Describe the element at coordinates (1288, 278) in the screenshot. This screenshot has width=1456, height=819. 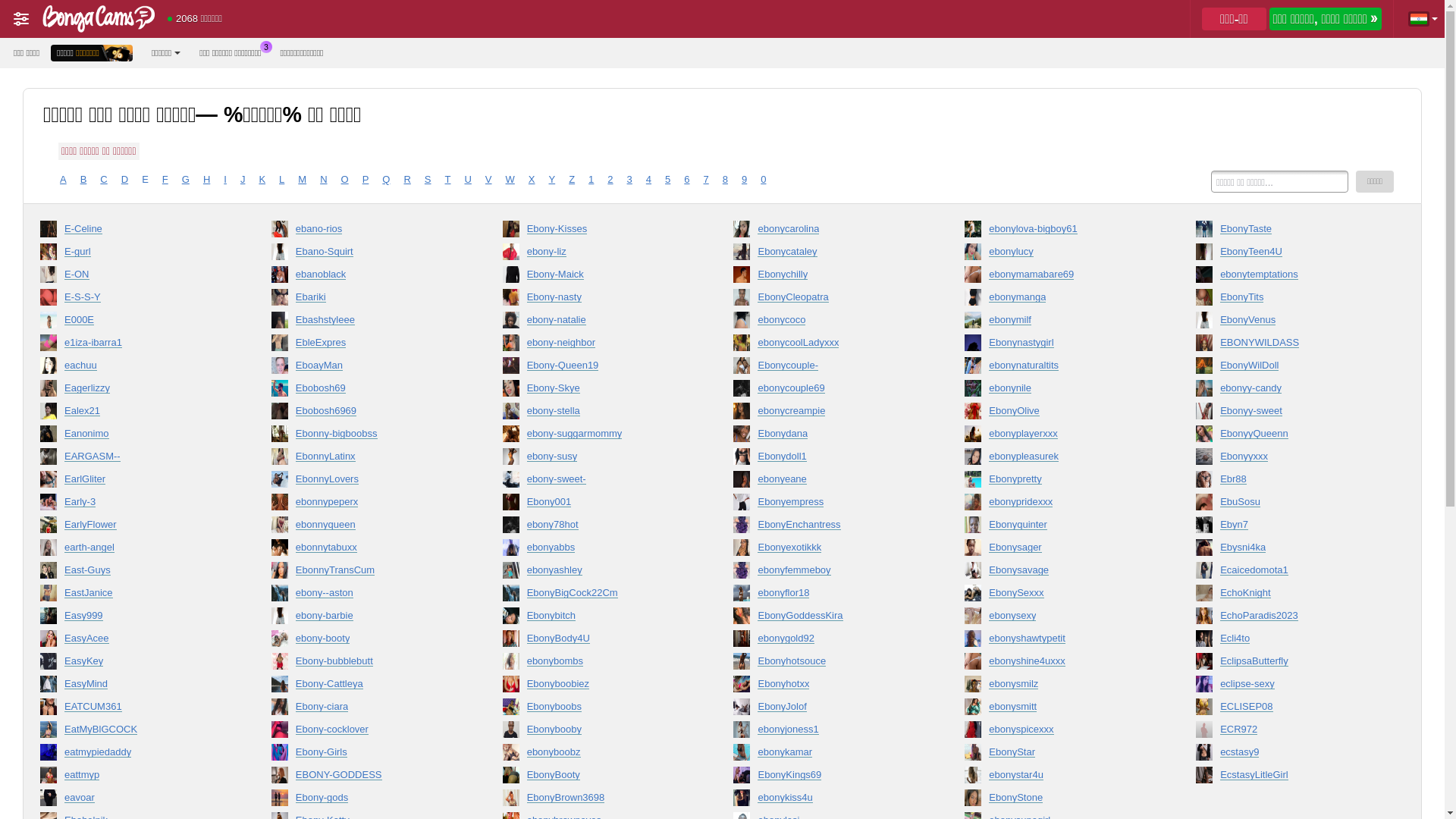
I see `'ebonytemptations'` at that location.